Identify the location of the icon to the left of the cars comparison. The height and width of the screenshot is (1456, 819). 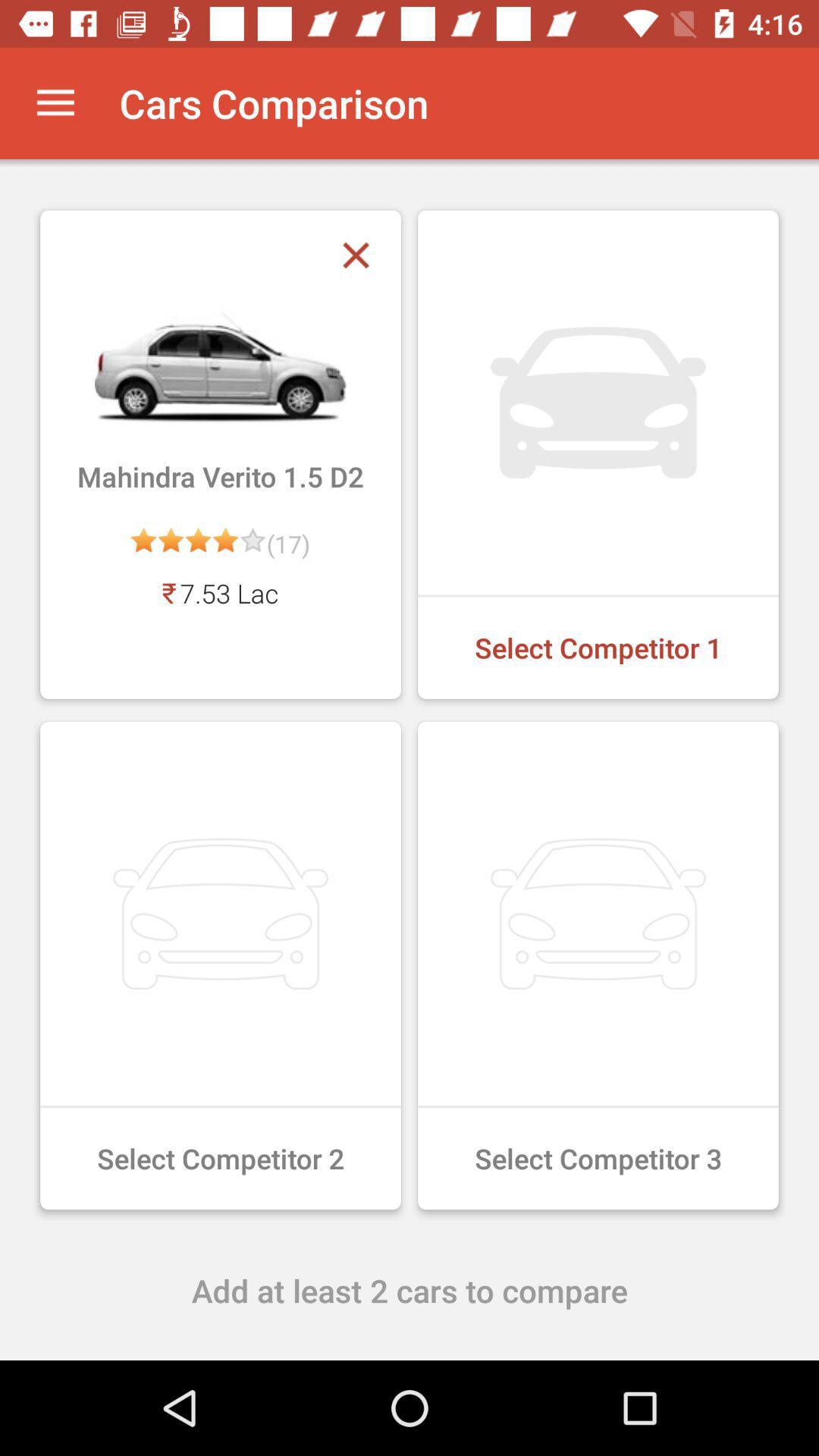
(55, 102).